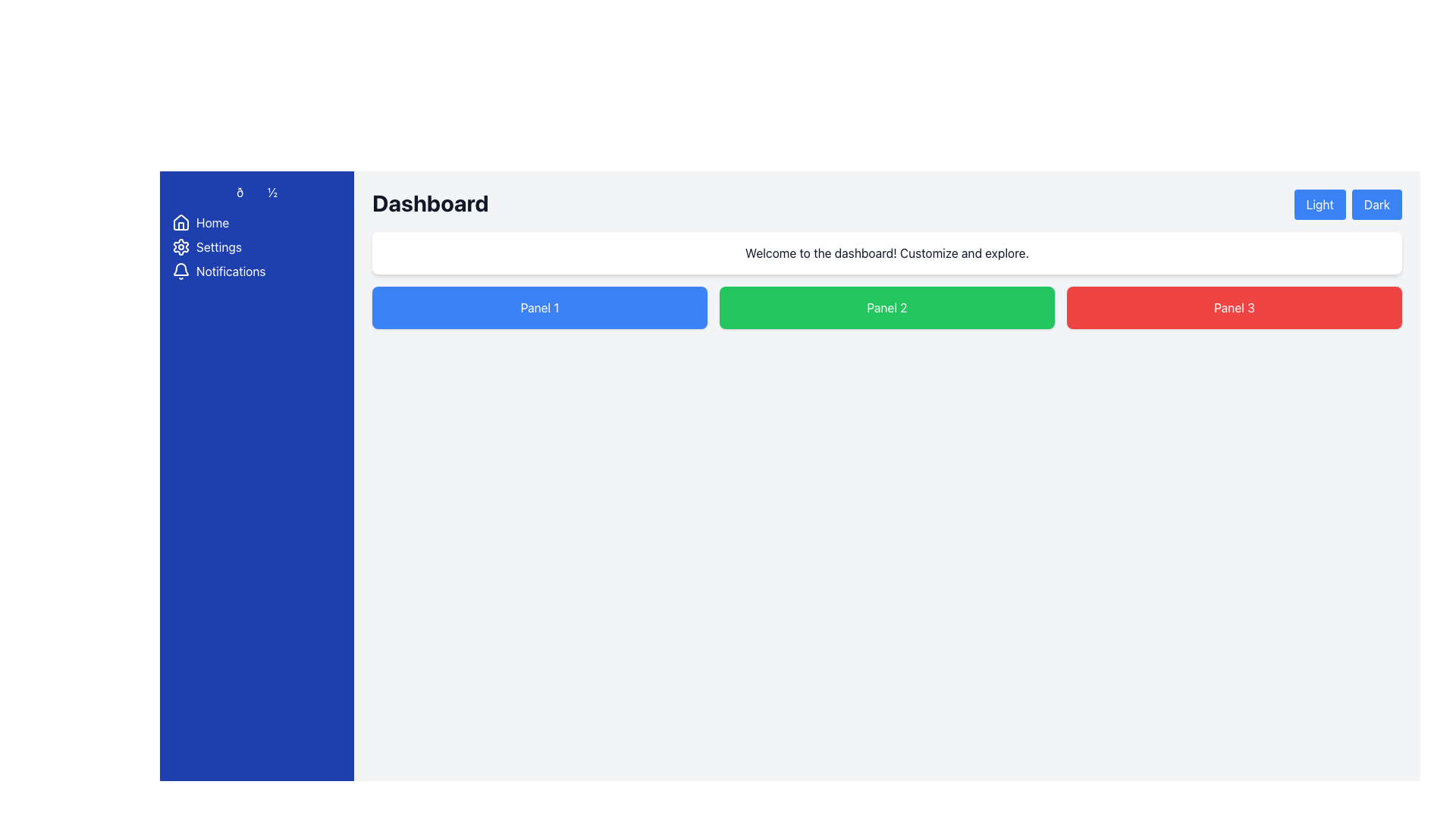  I want to click on the 'Notifications' text label on the blue sidebar, so click(230, 271).